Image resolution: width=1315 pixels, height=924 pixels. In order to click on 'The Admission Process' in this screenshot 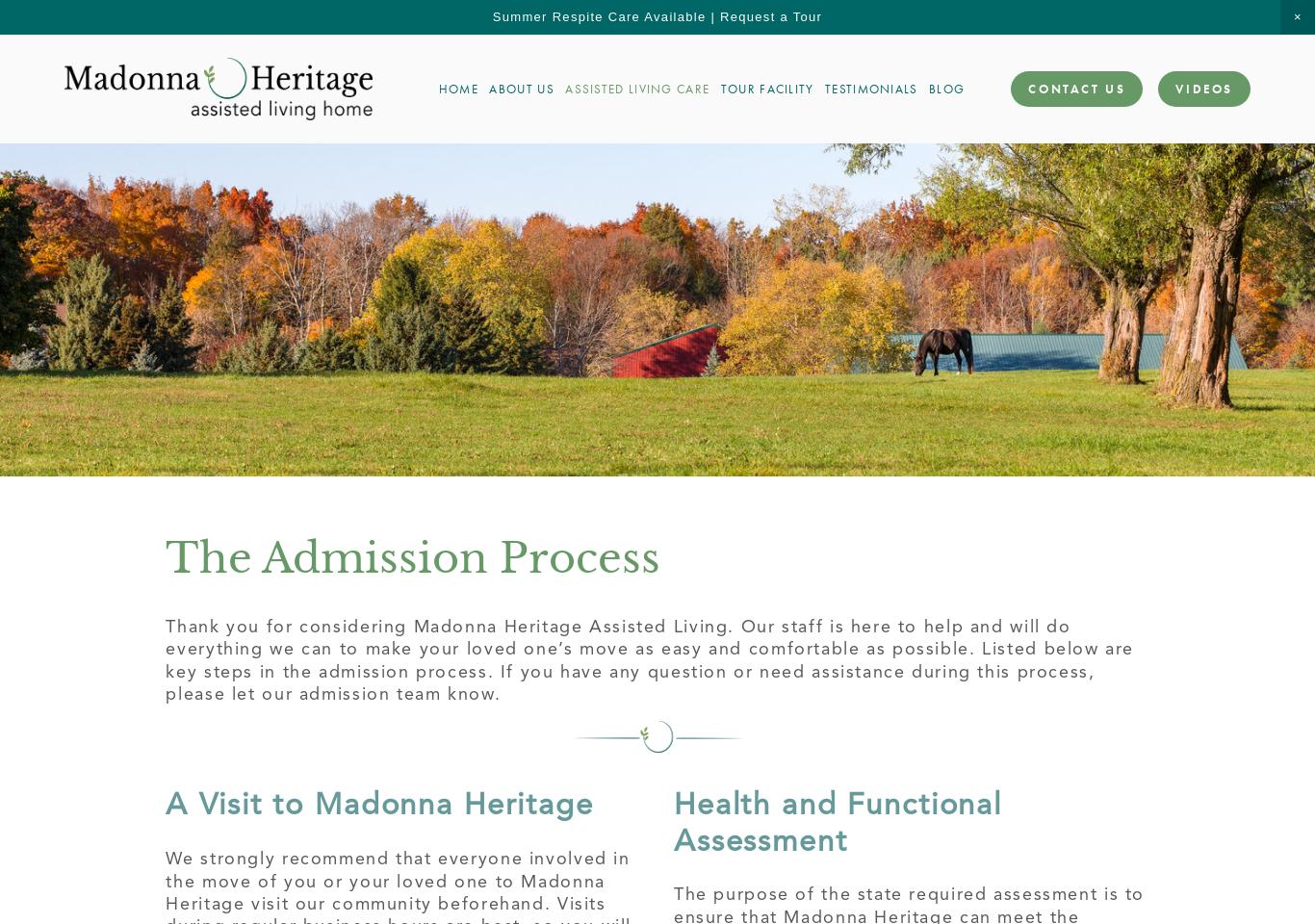, I will do `click(412, 556)`.